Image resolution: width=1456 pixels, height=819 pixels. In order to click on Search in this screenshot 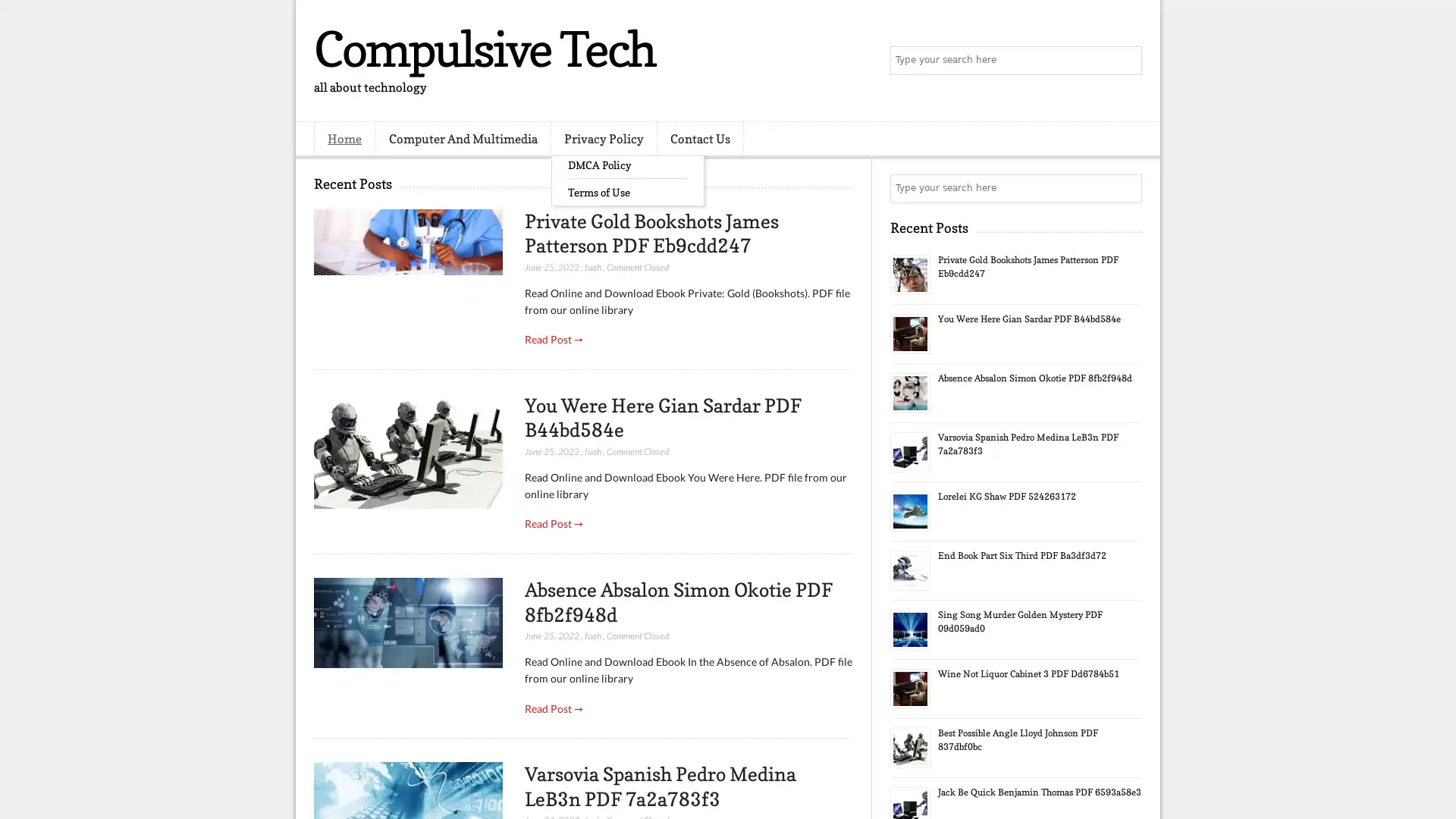, I will do `click(1126, 61)`.